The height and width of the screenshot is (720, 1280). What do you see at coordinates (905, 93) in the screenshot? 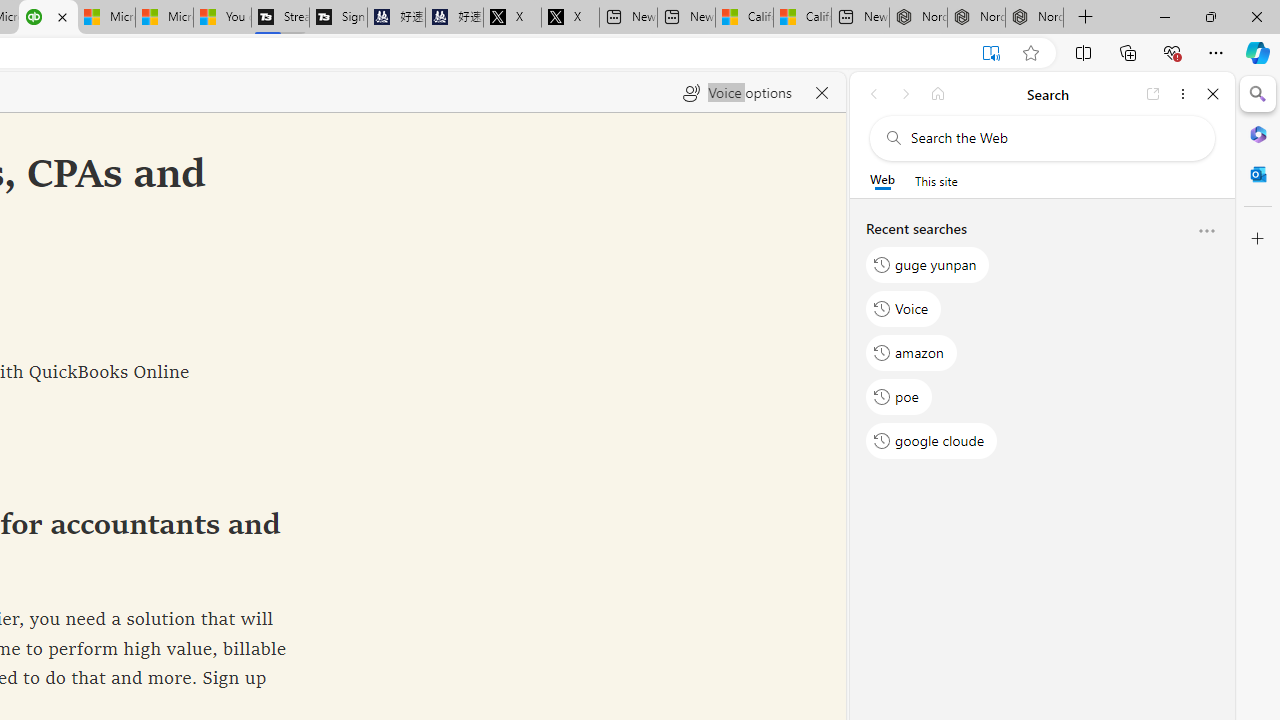
I see `'Forward'` at bounding box center [905, 93].